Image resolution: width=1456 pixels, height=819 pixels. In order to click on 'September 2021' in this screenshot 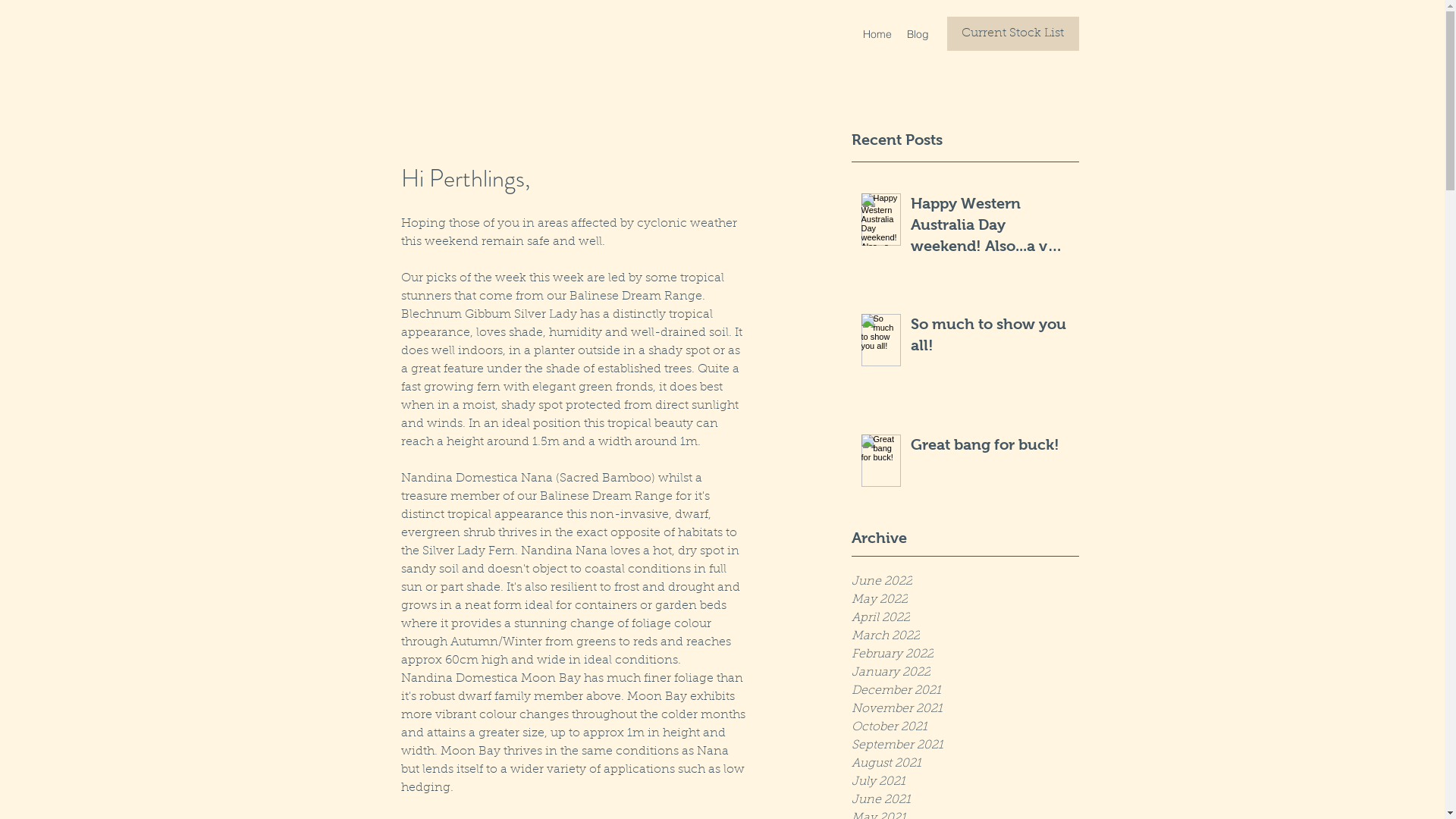, I will do `click(964, 745)`.